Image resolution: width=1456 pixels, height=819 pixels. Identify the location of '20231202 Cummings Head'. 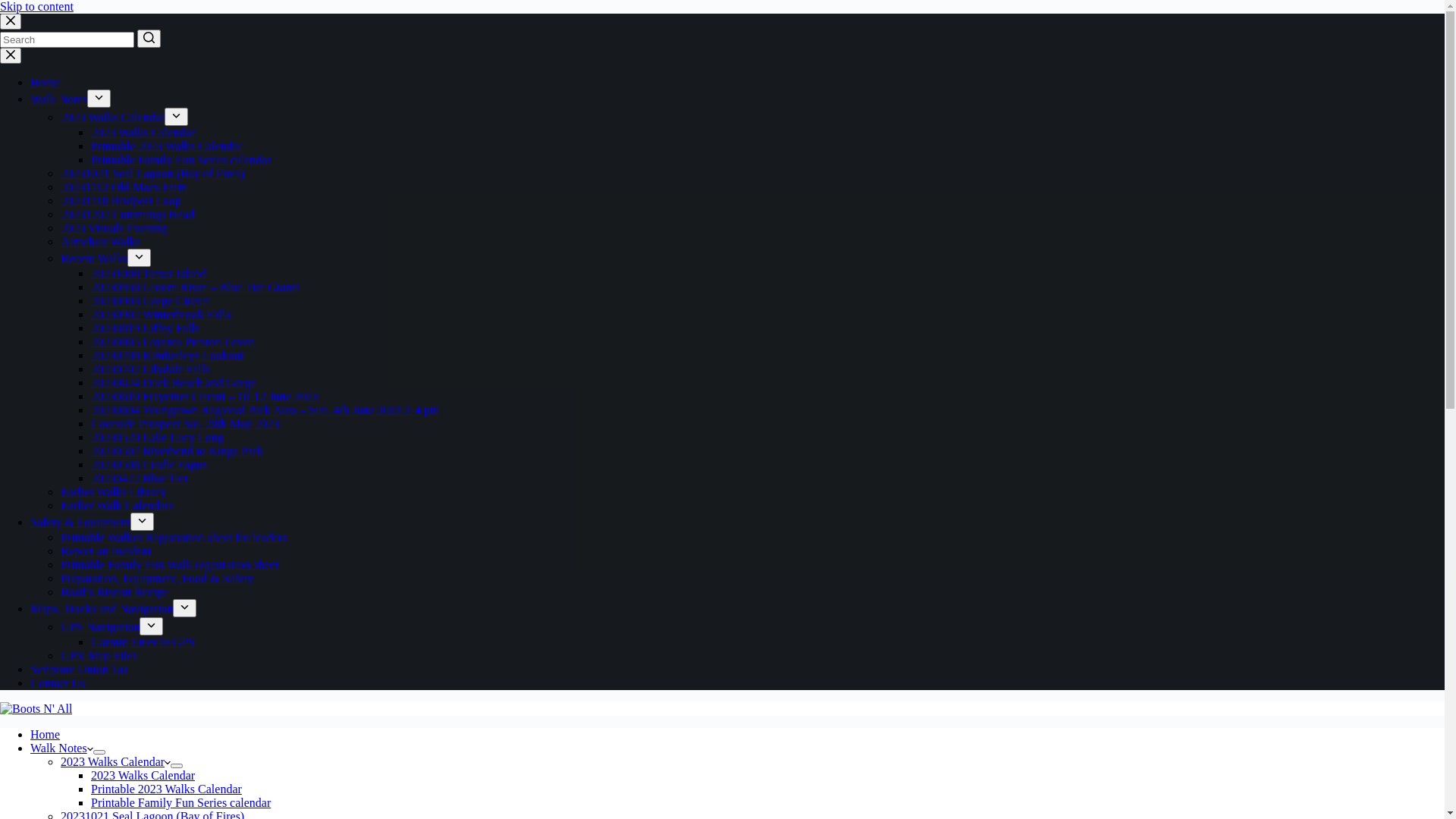
(61, 214).